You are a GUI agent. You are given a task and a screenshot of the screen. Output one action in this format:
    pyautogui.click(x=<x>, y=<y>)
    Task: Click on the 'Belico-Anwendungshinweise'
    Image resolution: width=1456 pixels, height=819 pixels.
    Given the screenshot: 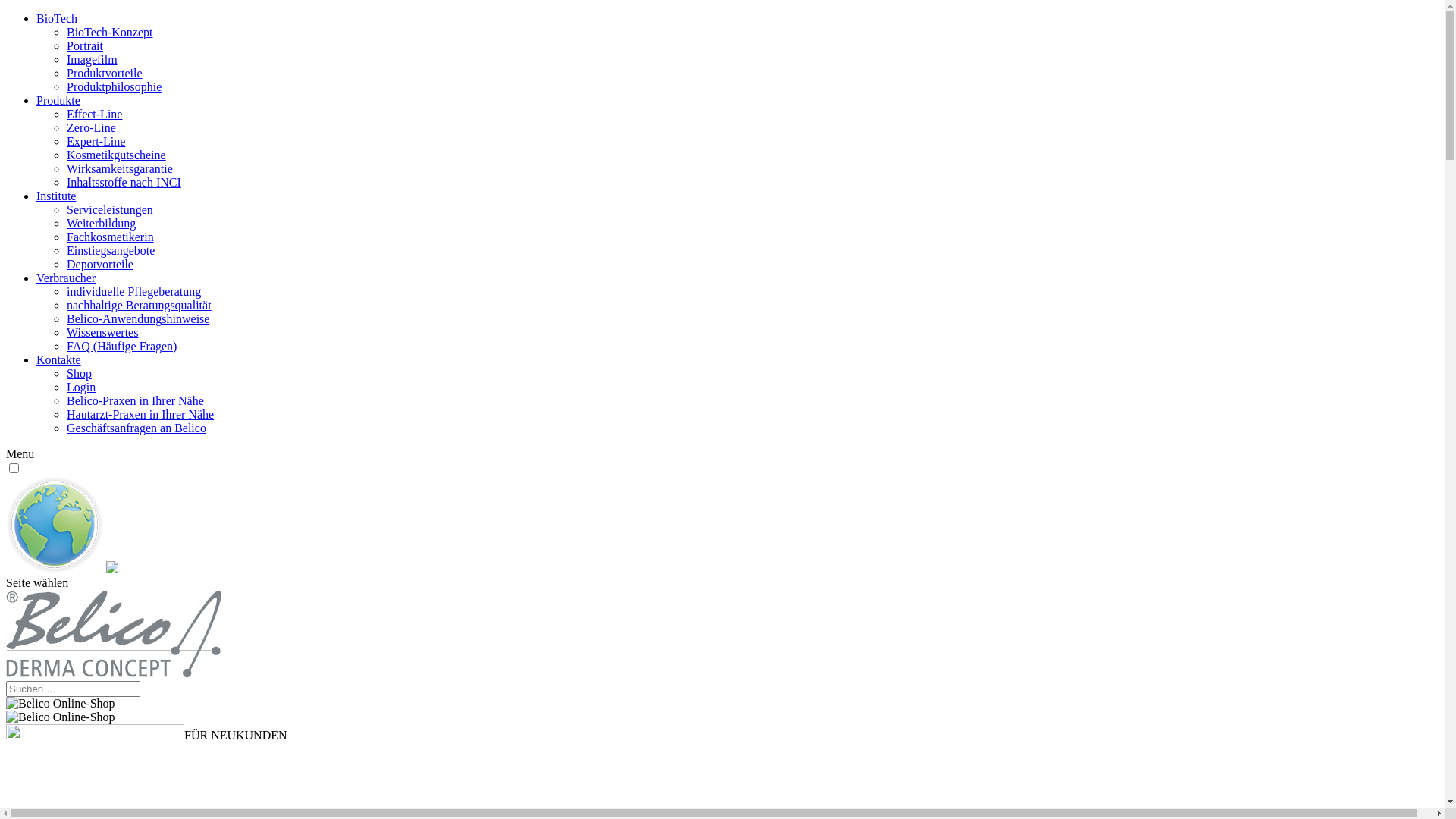 What is the action you would take?
    pyautogui.click(x=138, y=318)
    